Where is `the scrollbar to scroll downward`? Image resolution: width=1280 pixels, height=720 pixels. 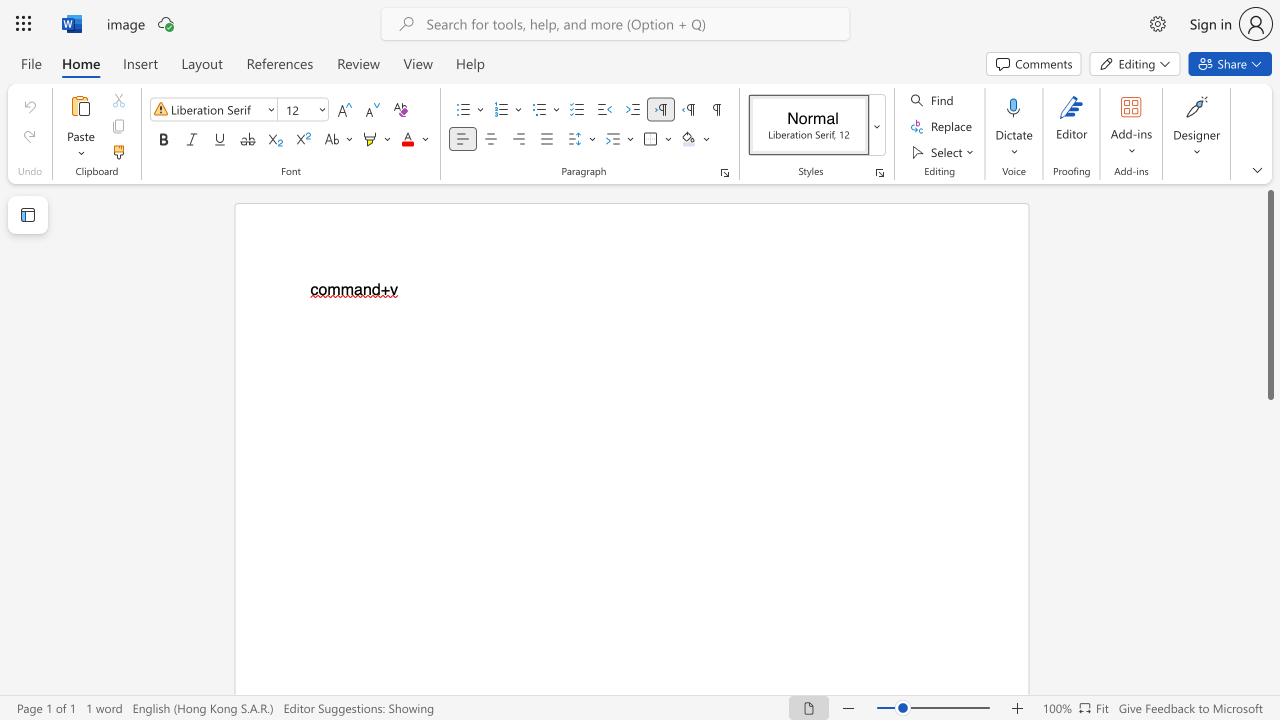 the scrollbar to scroll downward is located at coordinates (1269, 608).